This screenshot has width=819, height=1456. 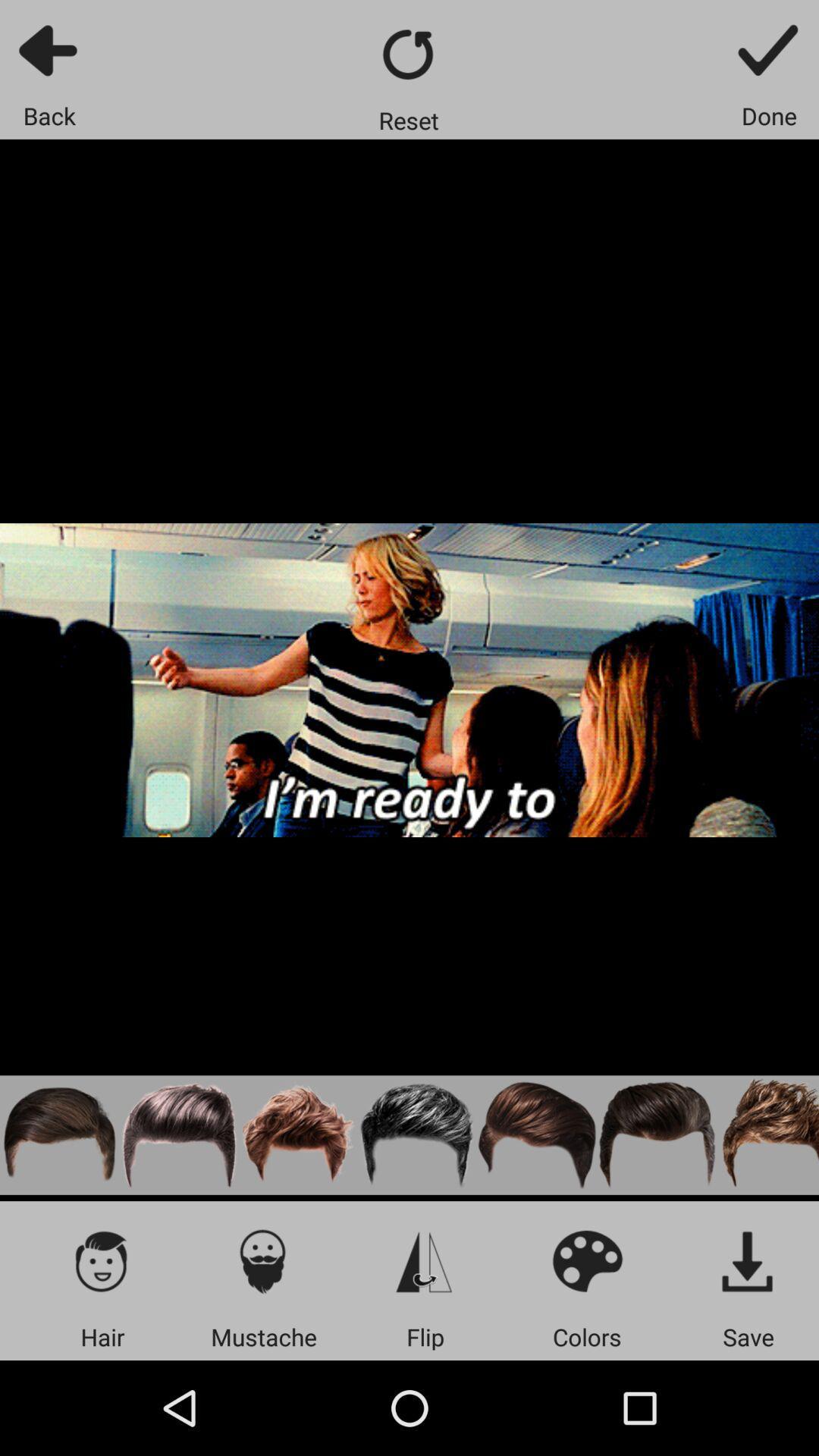 What do you see at coordinates (769, 49) in the screenshot?
I see `finish selection` at bounding box center [769, 49].